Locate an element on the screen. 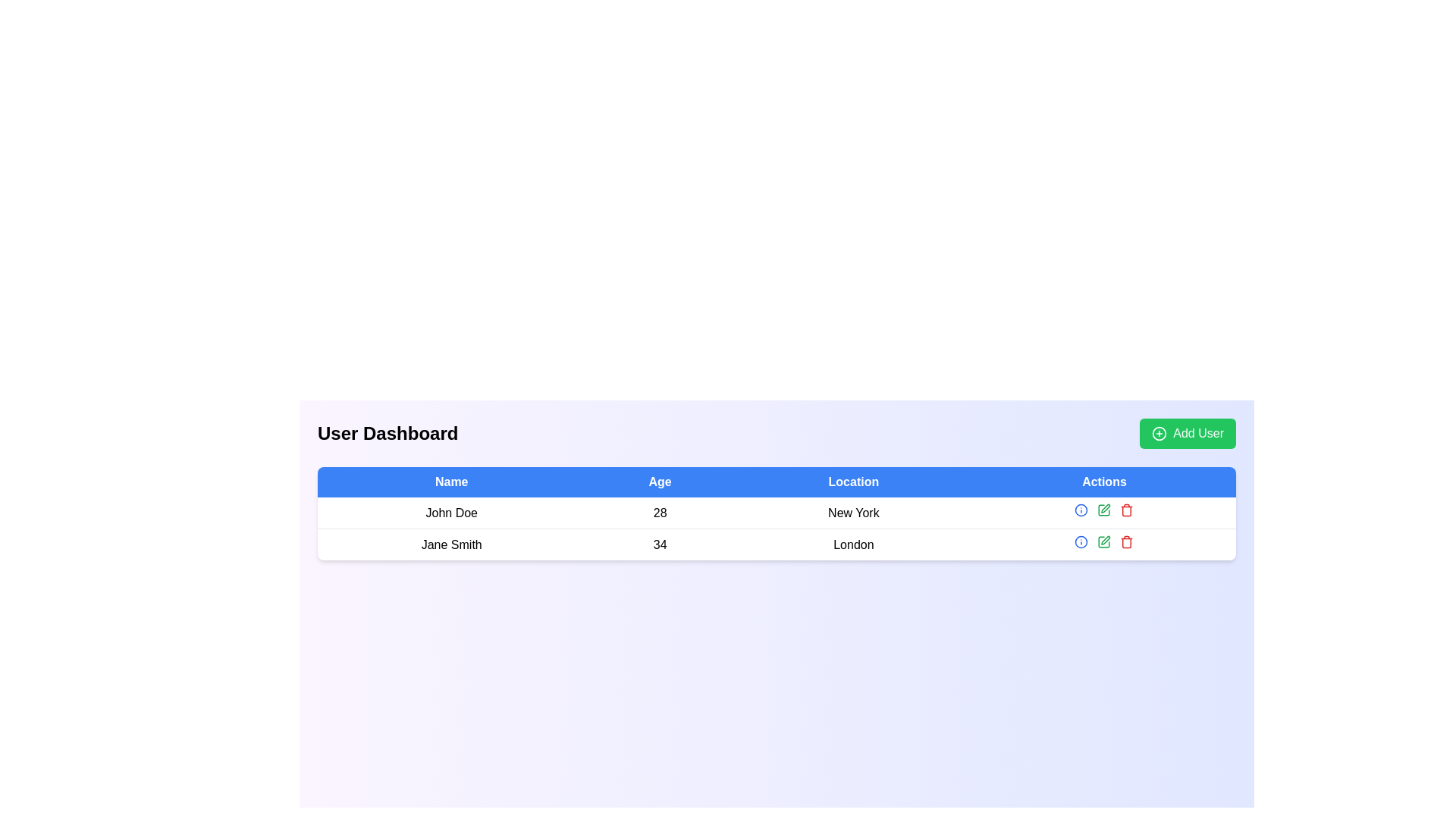 The image size is (1456, 819). the 'Add User' button by clicking the icon positioned on its right side in the top-right corner of the interface is located at coordinates (1159, 433).